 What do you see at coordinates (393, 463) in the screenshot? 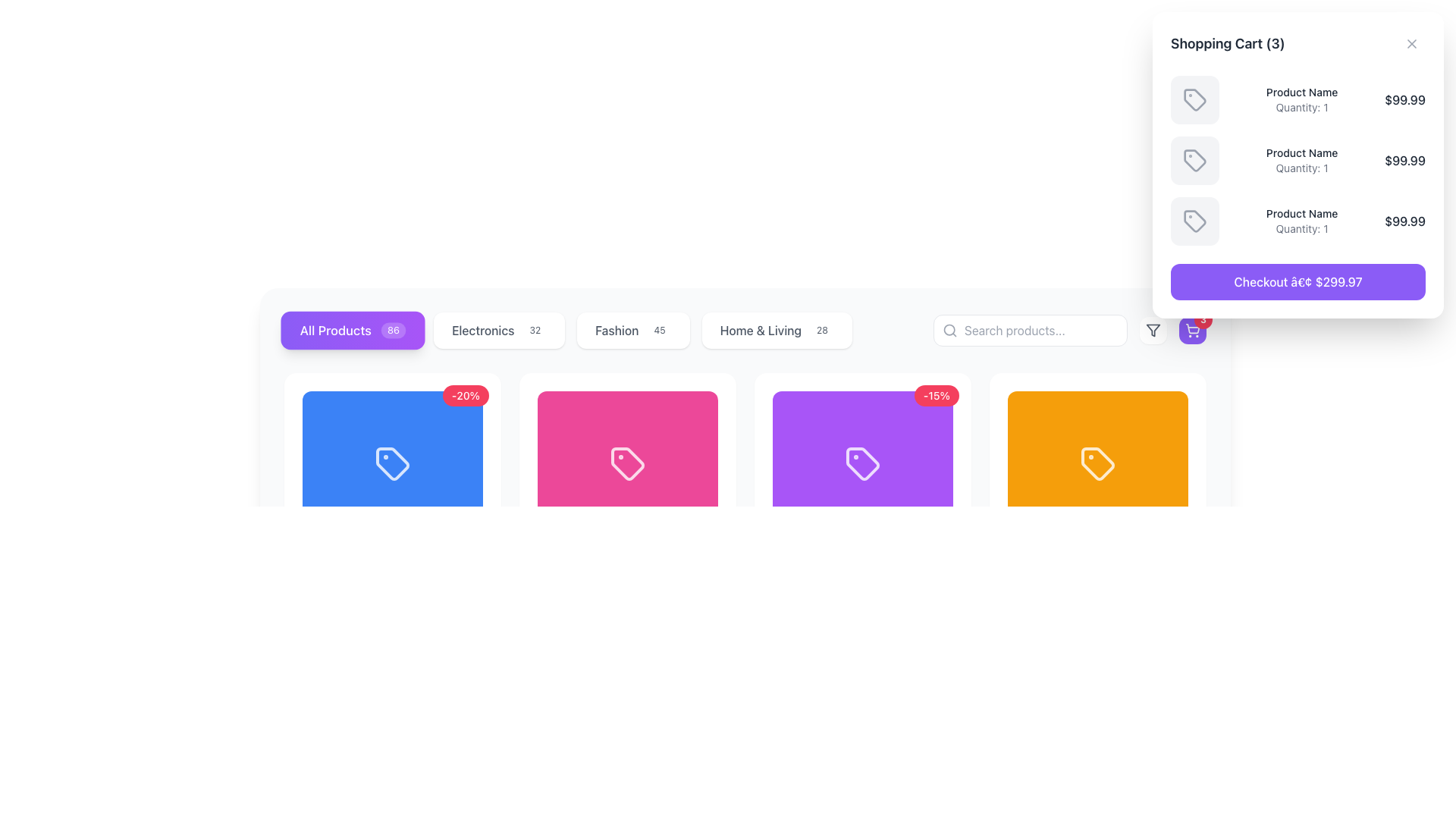
I see `the tag-shaped icon outlined in light blue, located in the center of the blue card in the first column of the grid layout` at bounding box center [393, 463].